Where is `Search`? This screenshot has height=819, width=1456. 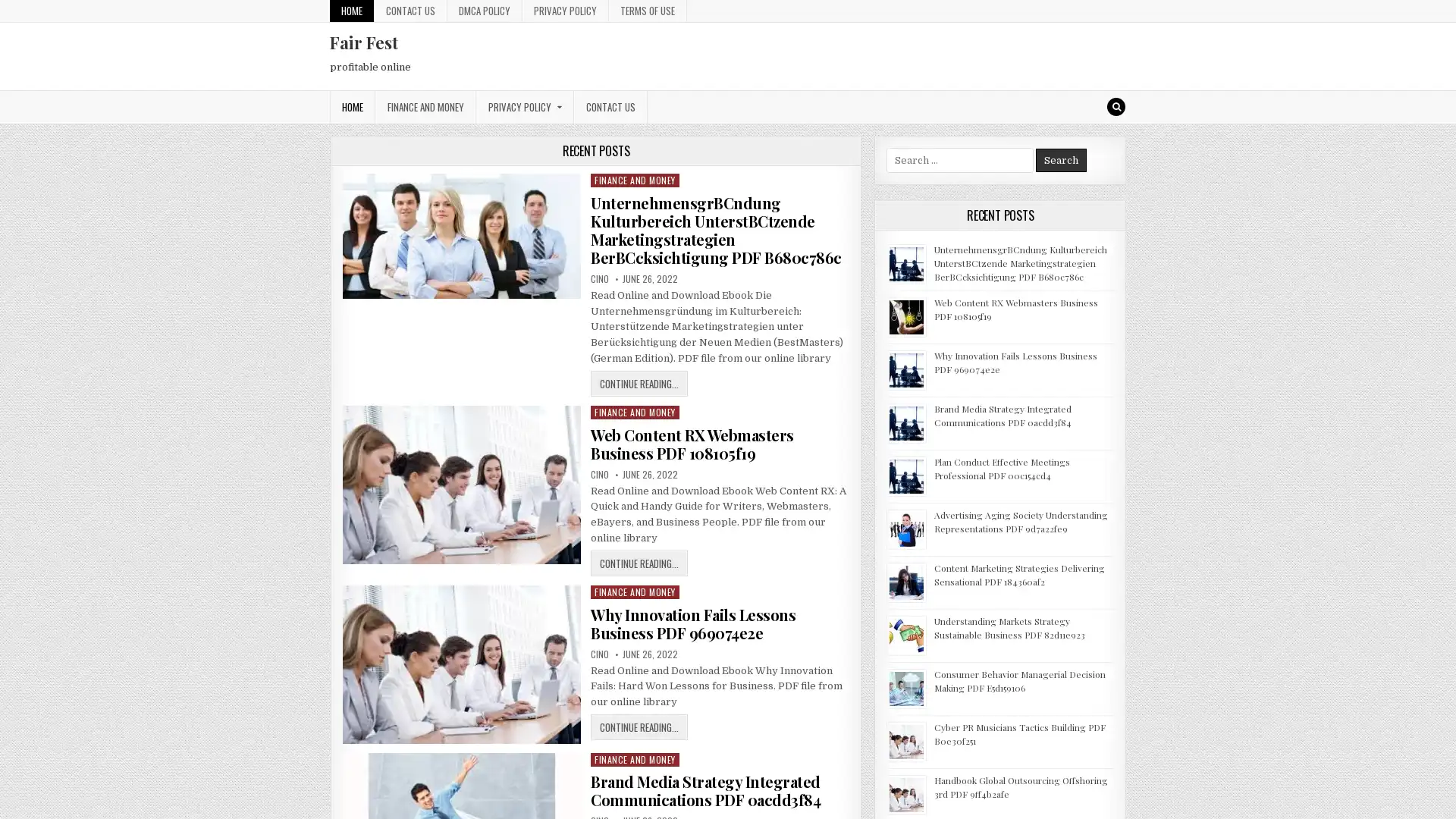 Search is located at coordinates (1060, 160).